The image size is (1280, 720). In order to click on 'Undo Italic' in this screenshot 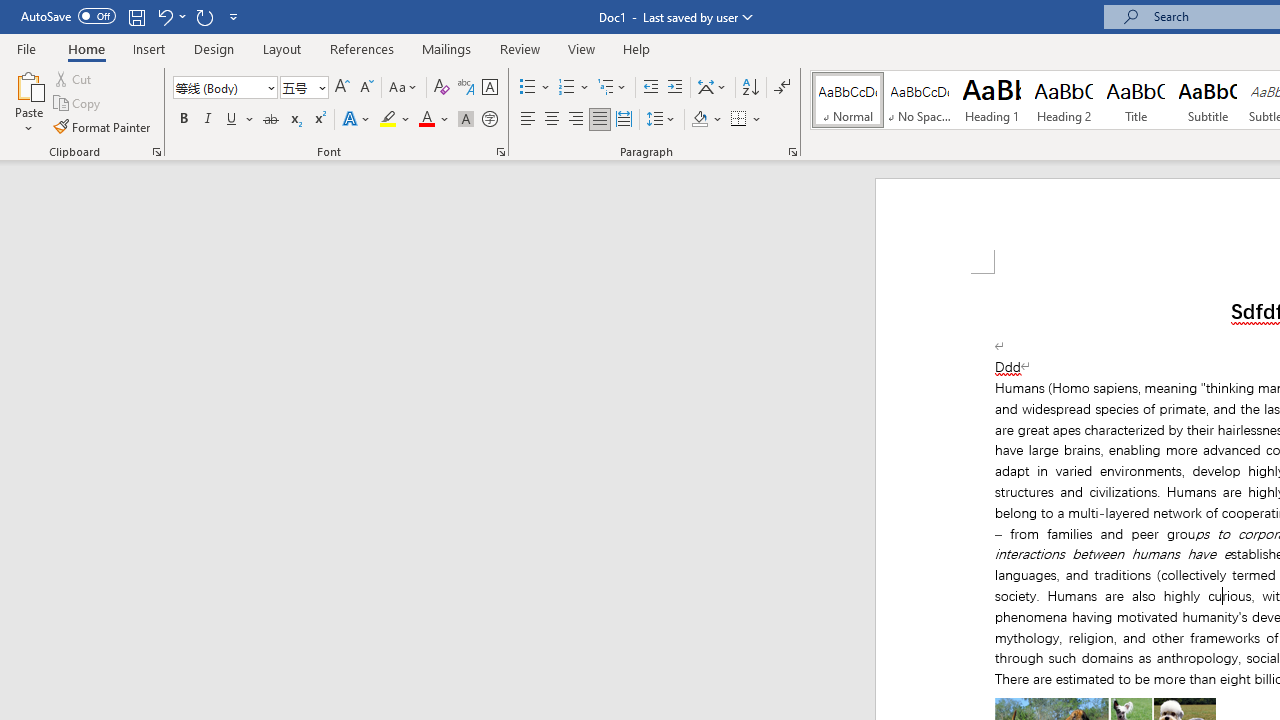, I will do `click(170, 16)`.